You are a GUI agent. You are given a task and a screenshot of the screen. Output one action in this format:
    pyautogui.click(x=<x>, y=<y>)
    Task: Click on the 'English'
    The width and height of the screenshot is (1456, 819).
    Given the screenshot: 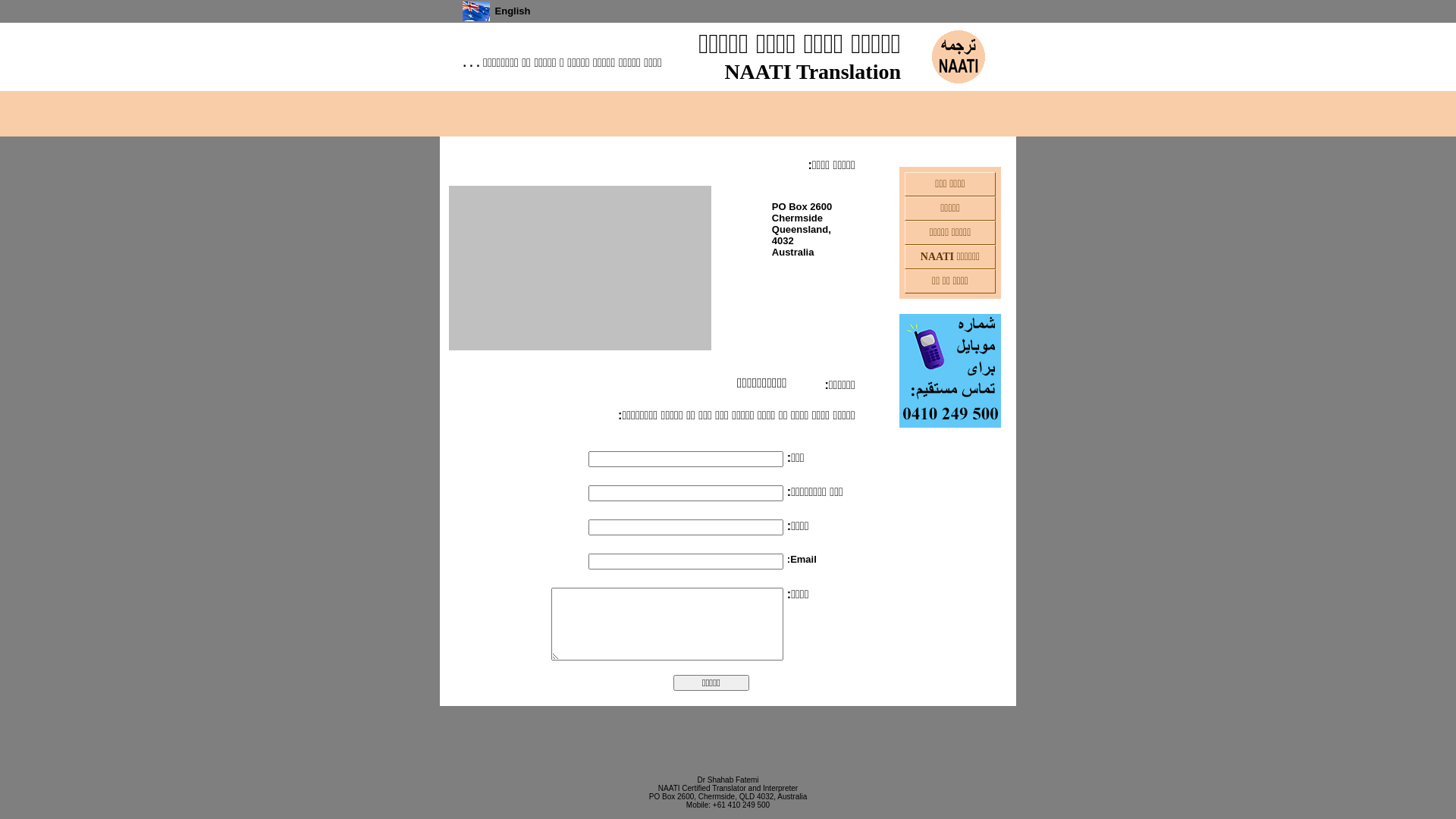 What is the action you would take?
    pyautogui.click(x=494, y=11)
    